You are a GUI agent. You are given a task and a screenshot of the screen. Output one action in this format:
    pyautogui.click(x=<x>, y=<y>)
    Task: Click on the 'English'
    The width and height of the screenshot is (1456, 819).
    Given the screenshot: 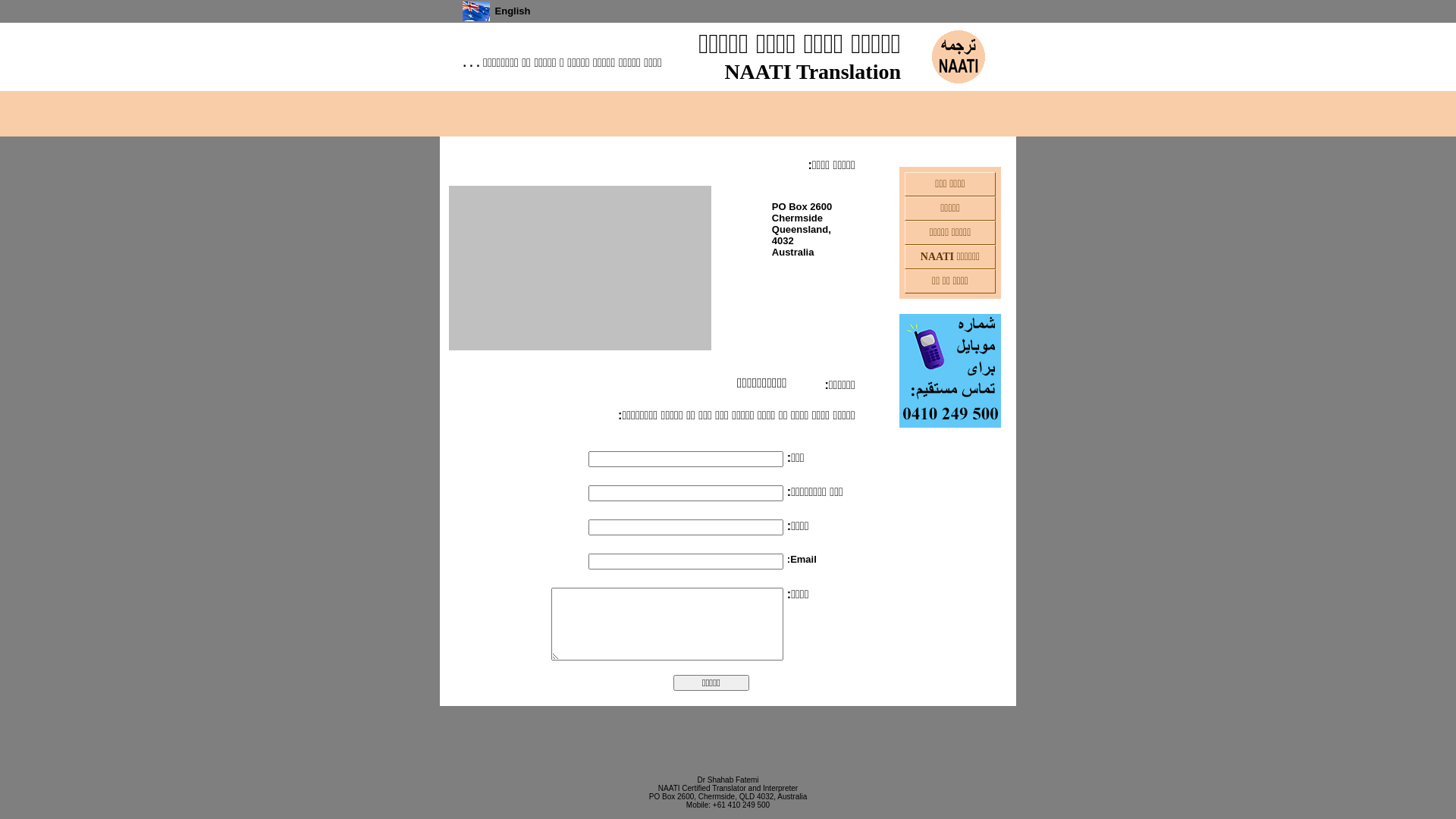 What is the action you would take?
    pyautogui.click(x=494, y=11)
    